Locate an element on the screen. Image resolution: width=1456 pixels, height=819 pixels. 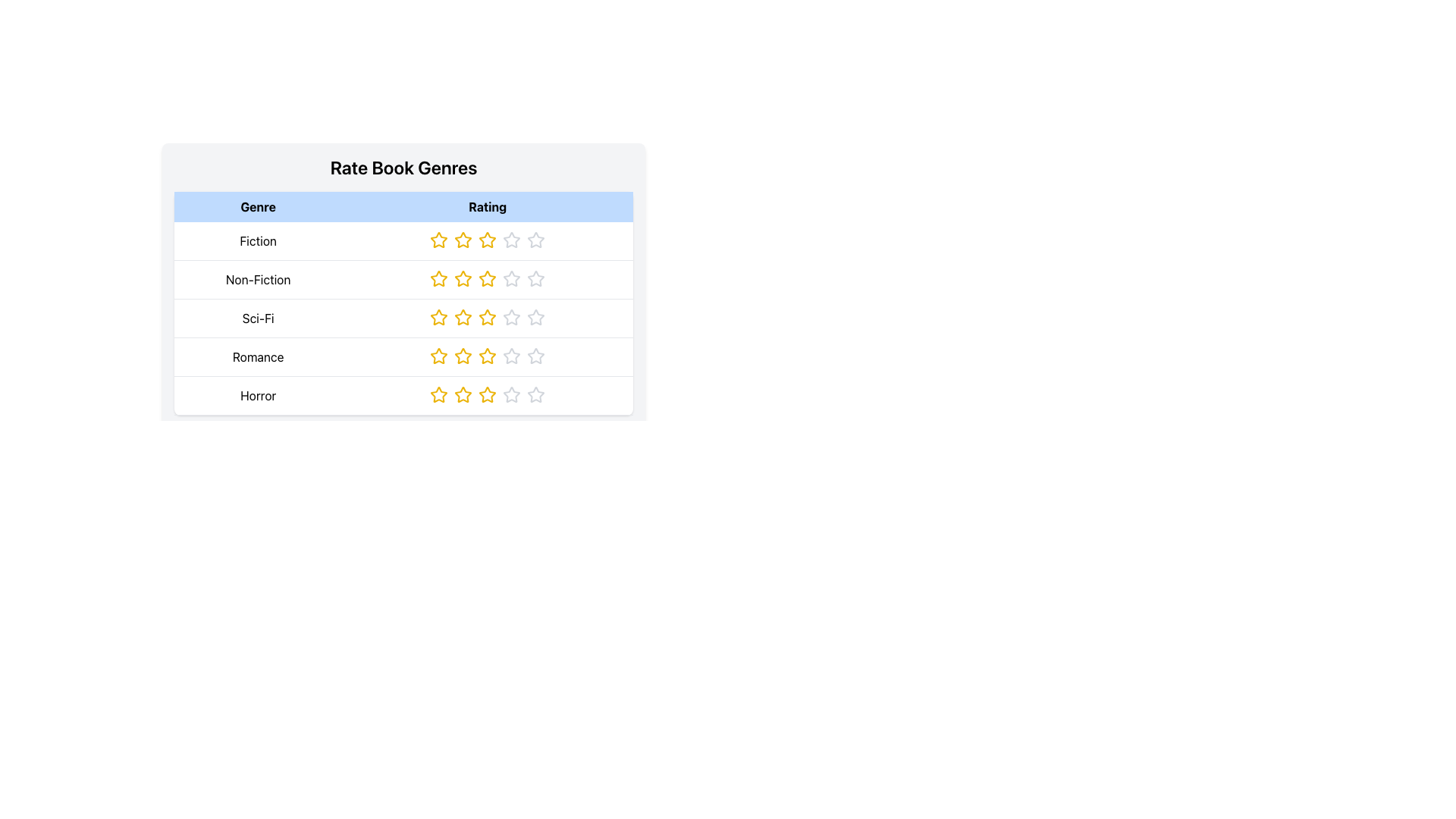
the second star from the left in the rating row for the genre 'Romance' to assign a rating is located at coordinates (463, 356).